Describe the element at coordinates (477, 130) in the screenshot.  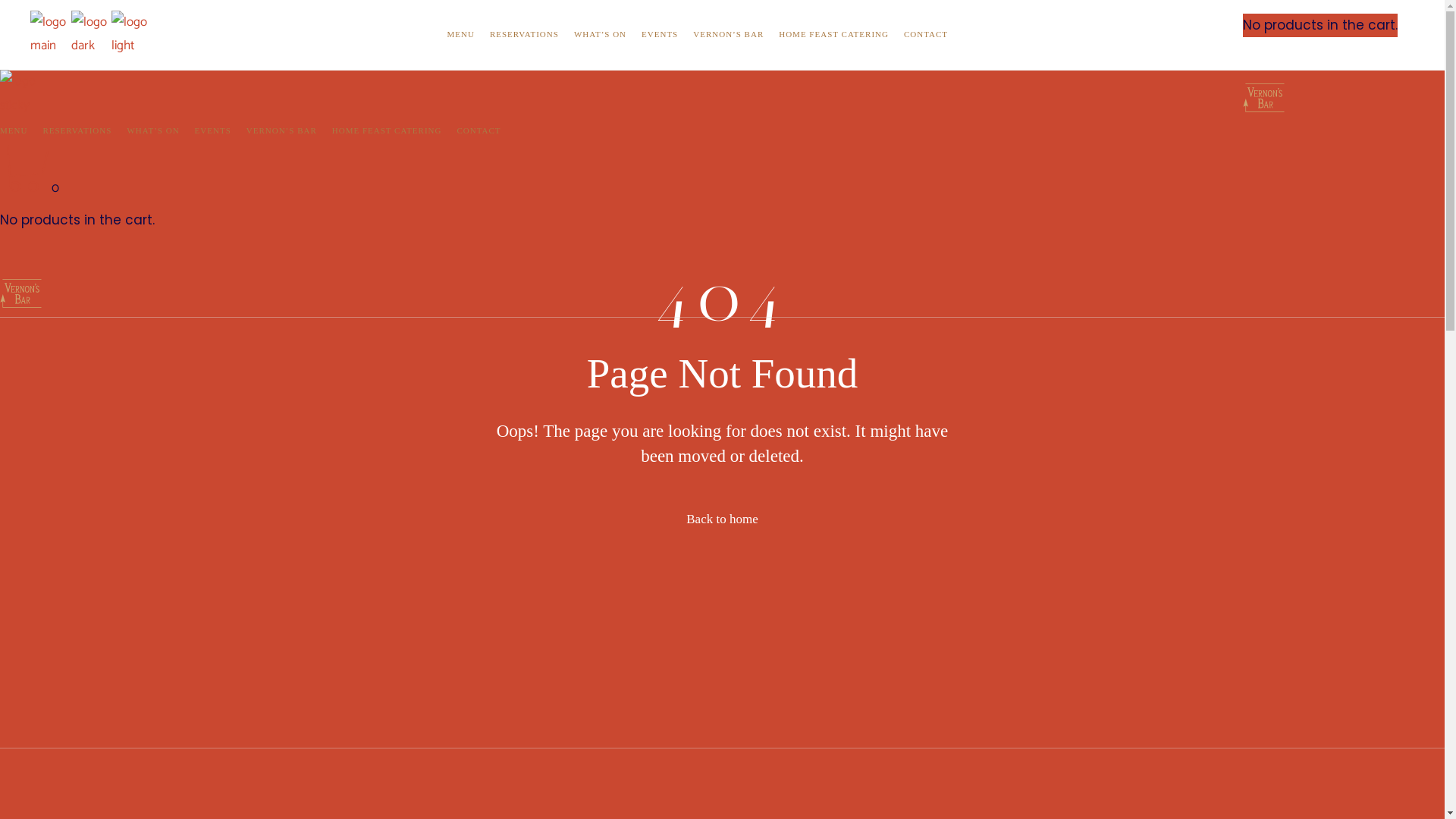
I see `'CONTACT'` at that location.